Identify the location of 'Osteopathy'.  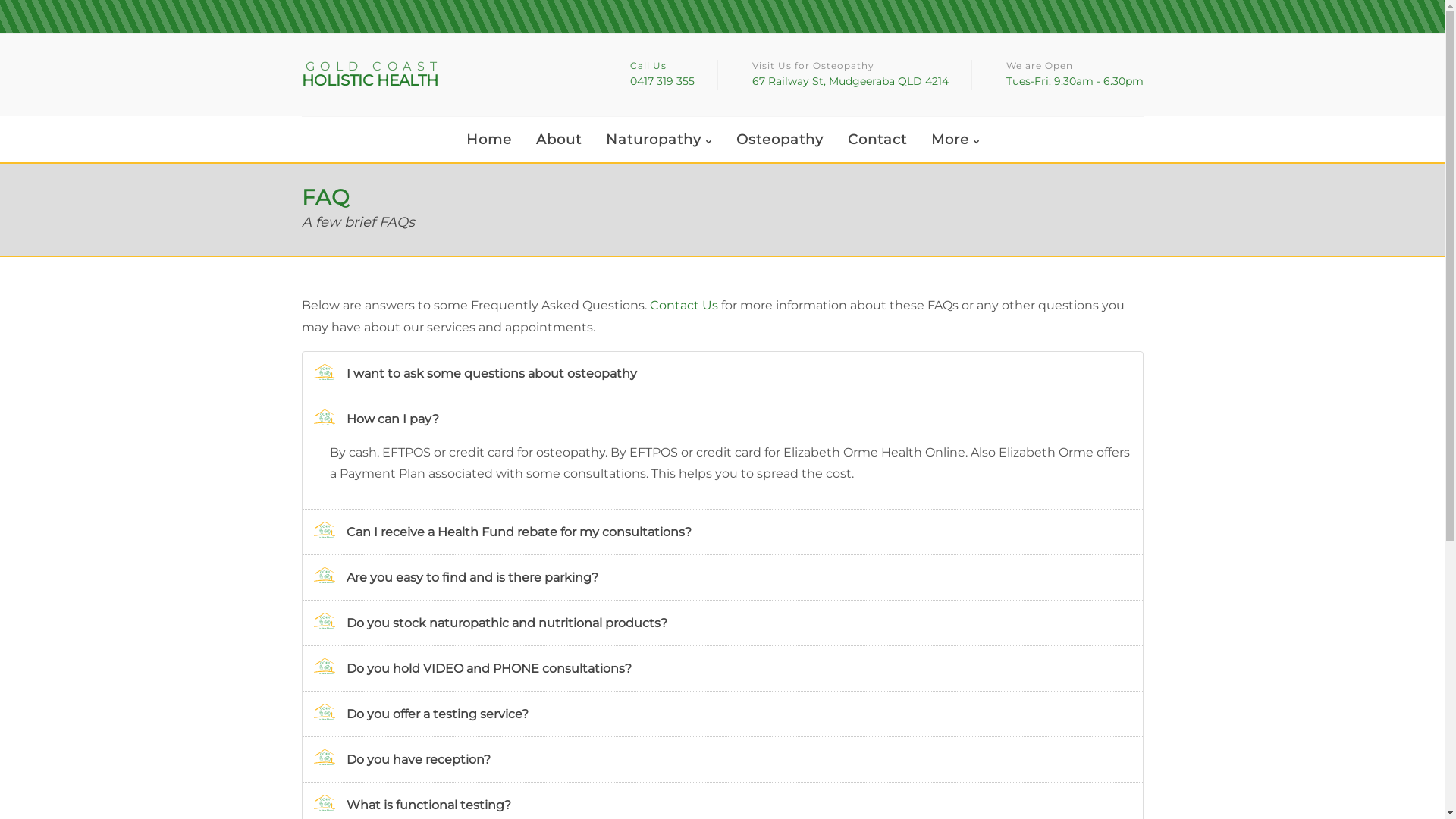
(780, 140).